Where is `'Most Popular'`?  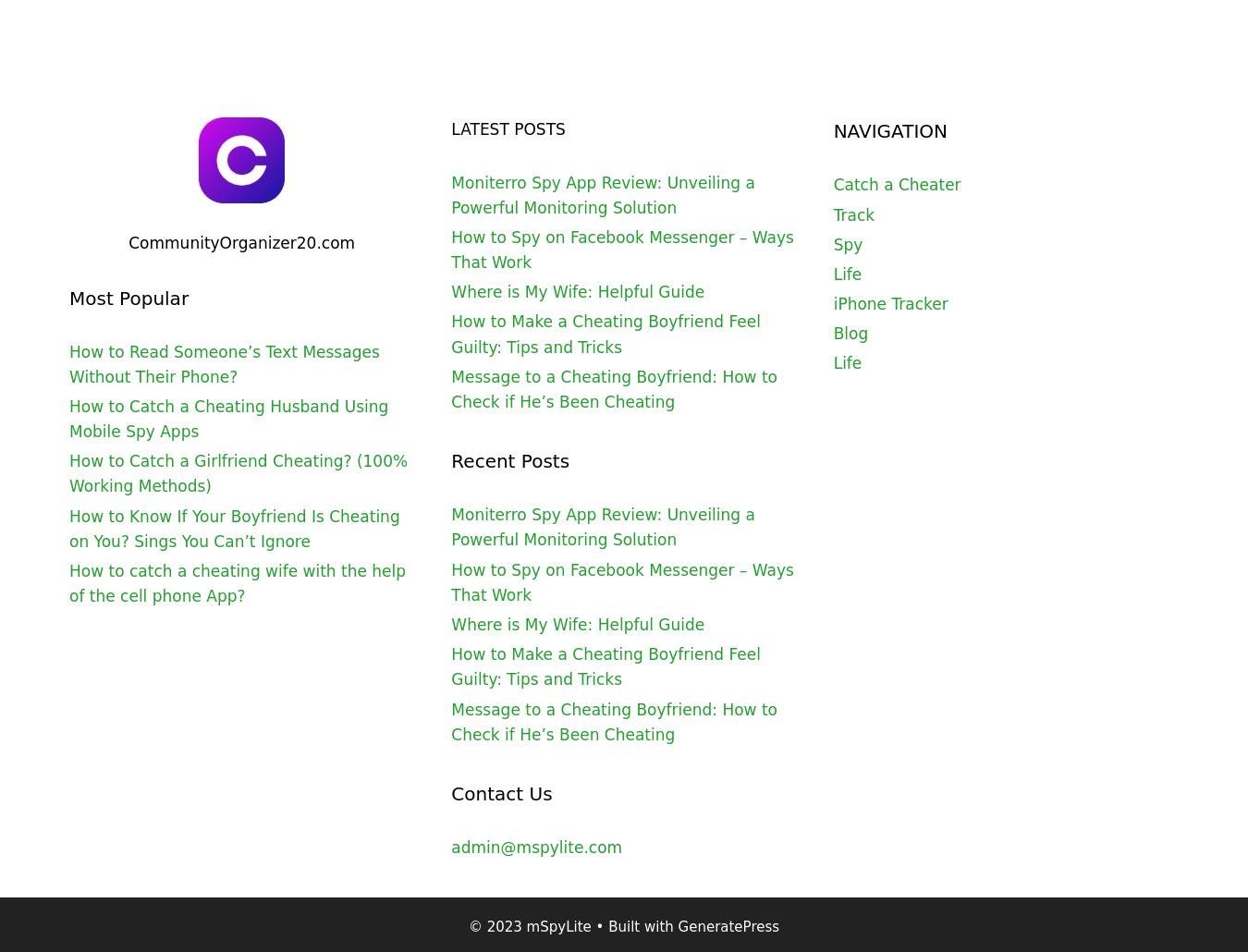 'Most Popular' is located at coordinates (68, 296).